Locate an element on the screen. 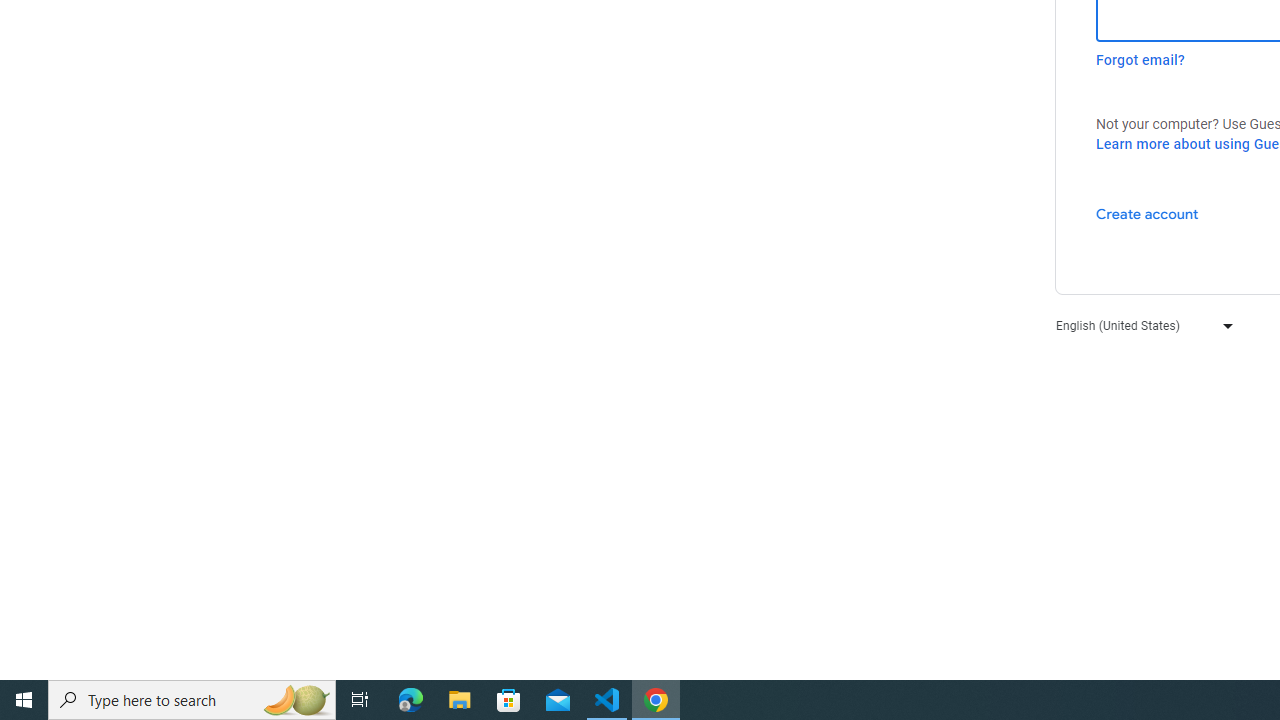  'Forgot email?' is located at coordinates (1140, 59).